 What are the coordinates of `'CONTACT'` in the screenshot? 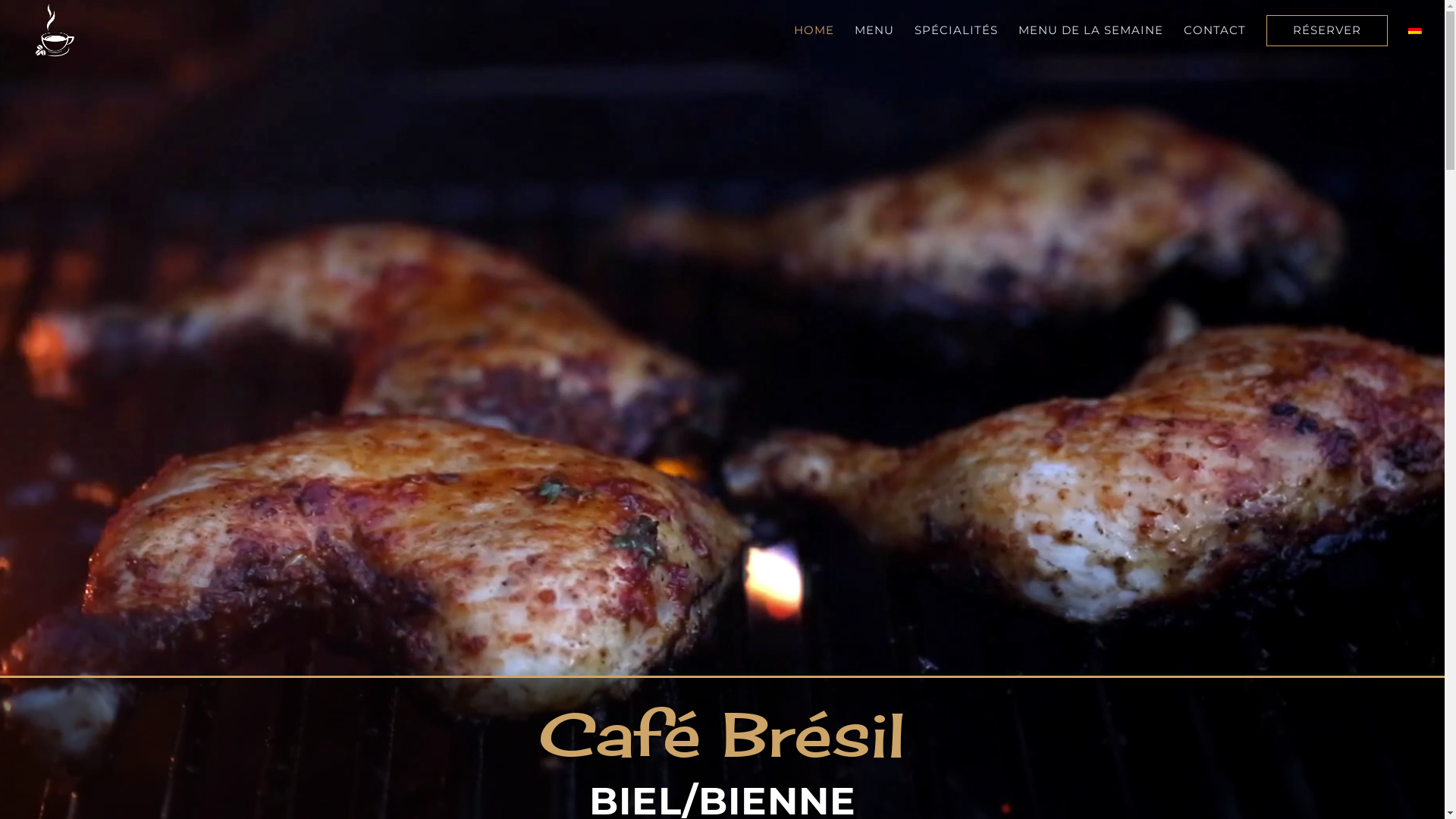 It's located at (1215, 33).